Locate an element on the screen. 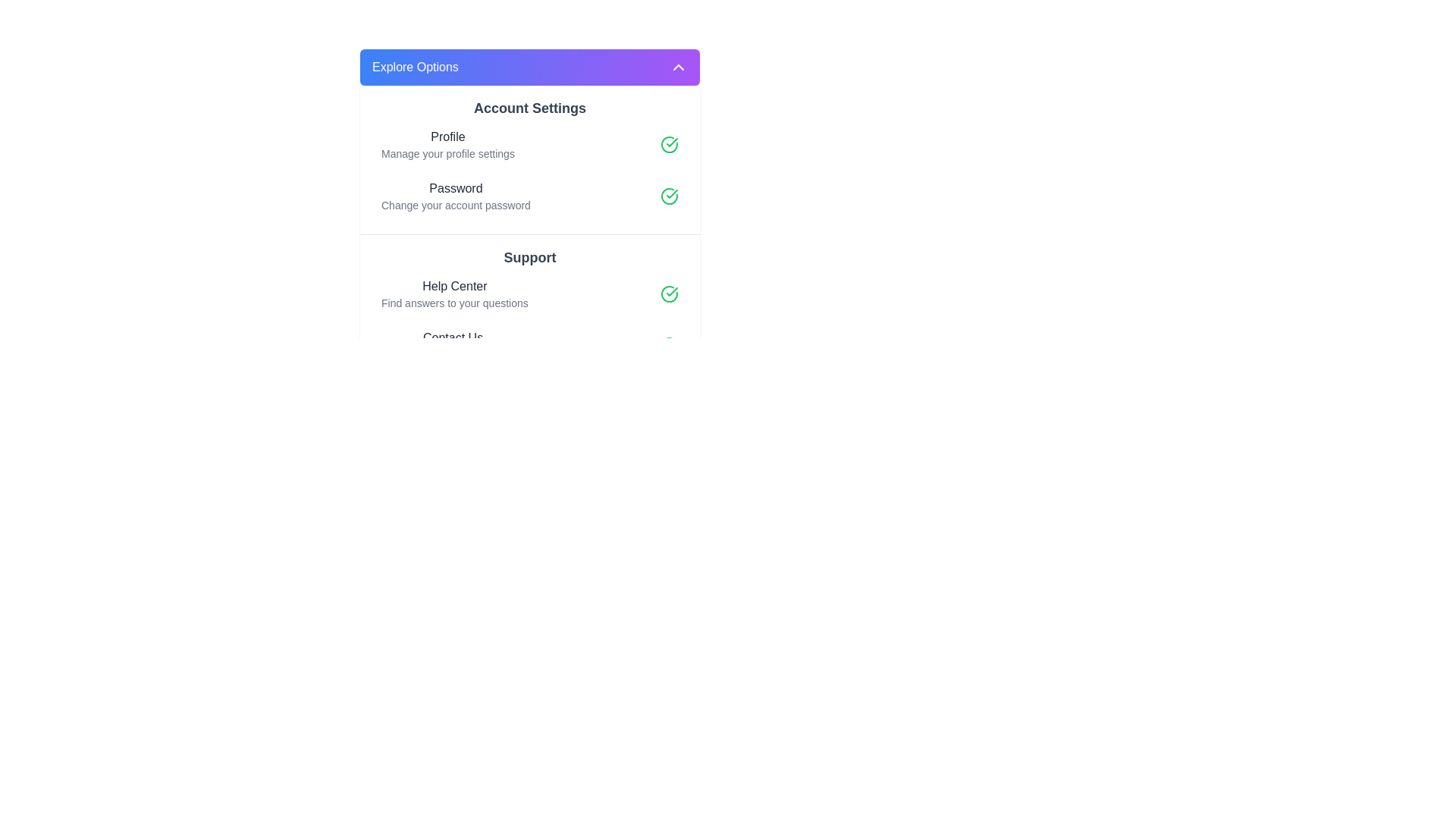 Image resolution: width=1456 pixels, height=819 pixels. the chevron upward icon within the SVG component that indicates expanding or collapsing the associated menu, located at the rightmost edge of the 'Explore Options' button is located at coordinates (677, 66).